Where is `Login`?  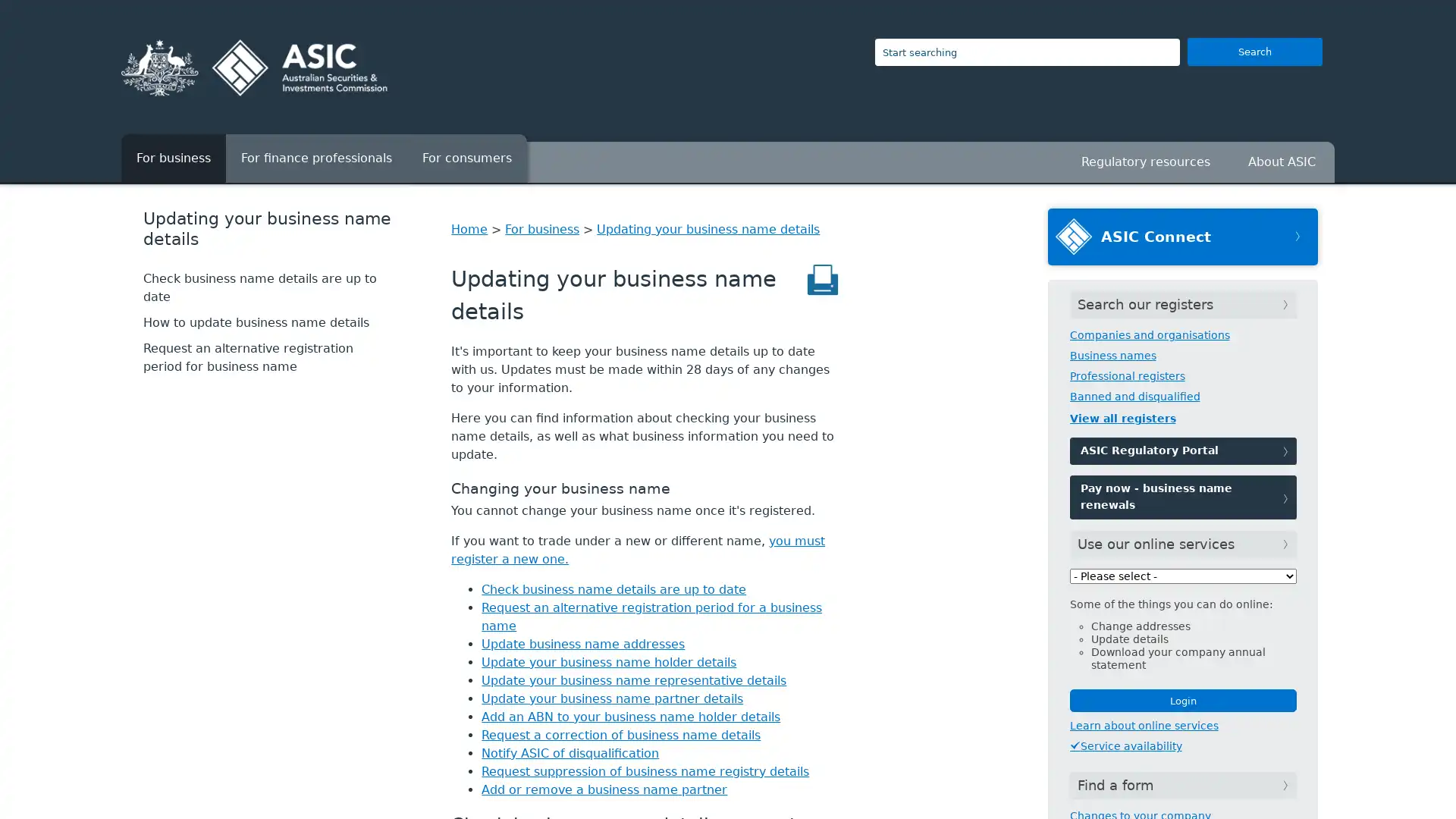 Login is located at coordinates (1181, 701).